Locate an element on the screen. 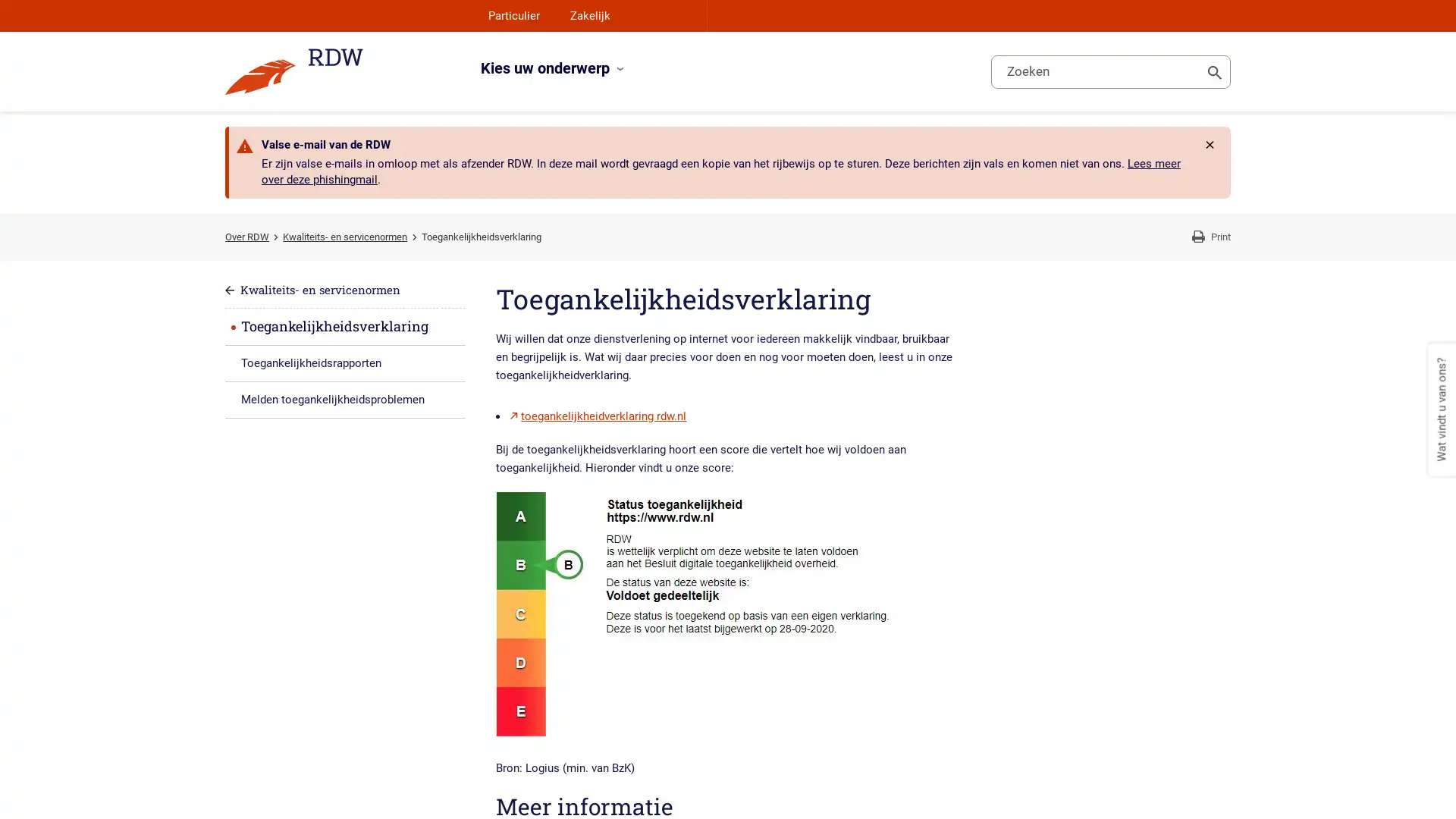 The width and height of the screenshot is (1456, 819). Print is located at coordinates (1210, 237).